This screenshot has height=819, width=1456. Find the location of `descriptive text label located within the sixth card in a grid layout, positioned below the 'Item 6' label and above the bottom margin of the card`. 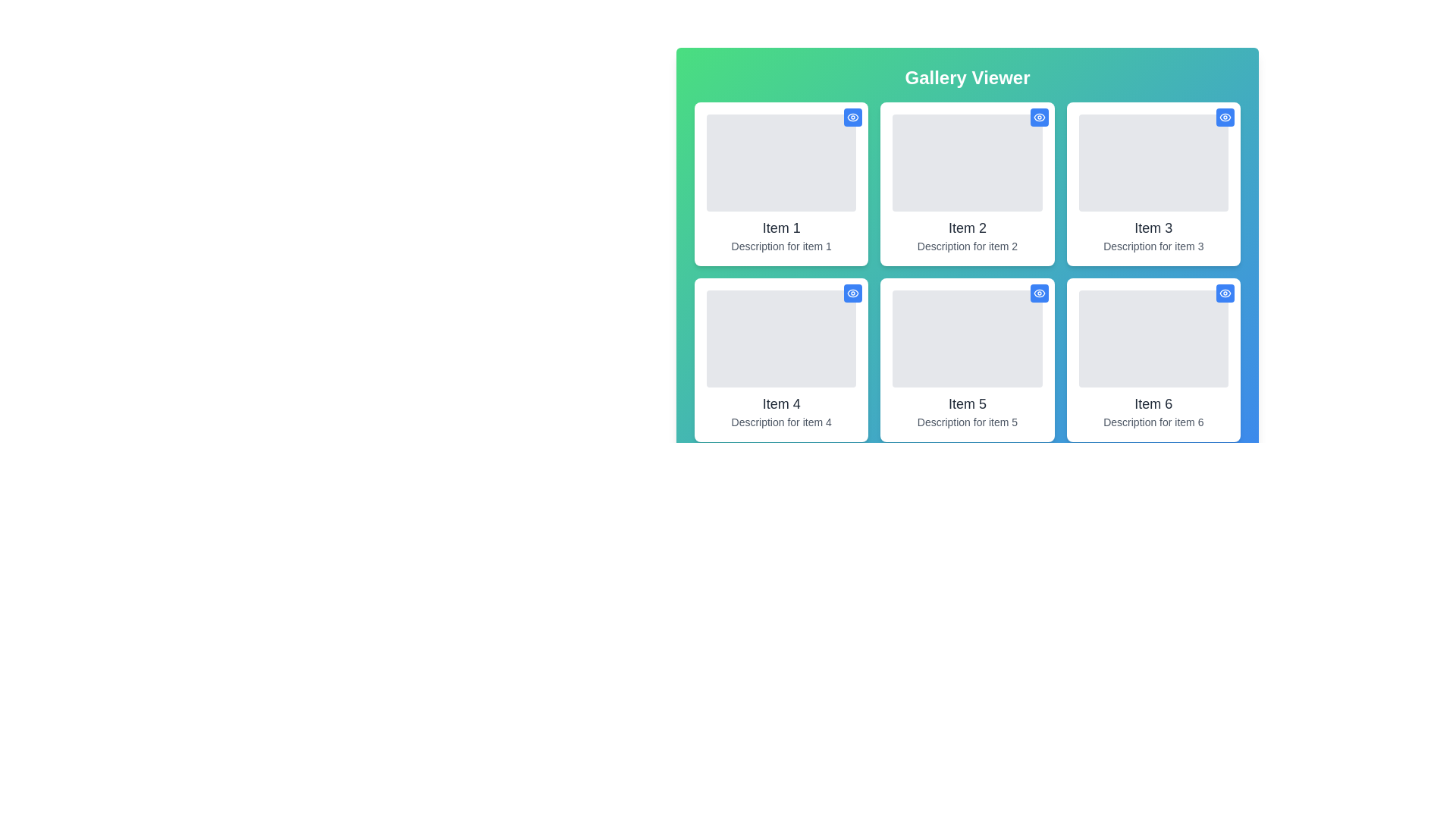

descriptive text label located within the sixth card in a grid layout, positioned below the 'Item 6' label and above the bottom margin of the card is located at coordinates (1153, 422).